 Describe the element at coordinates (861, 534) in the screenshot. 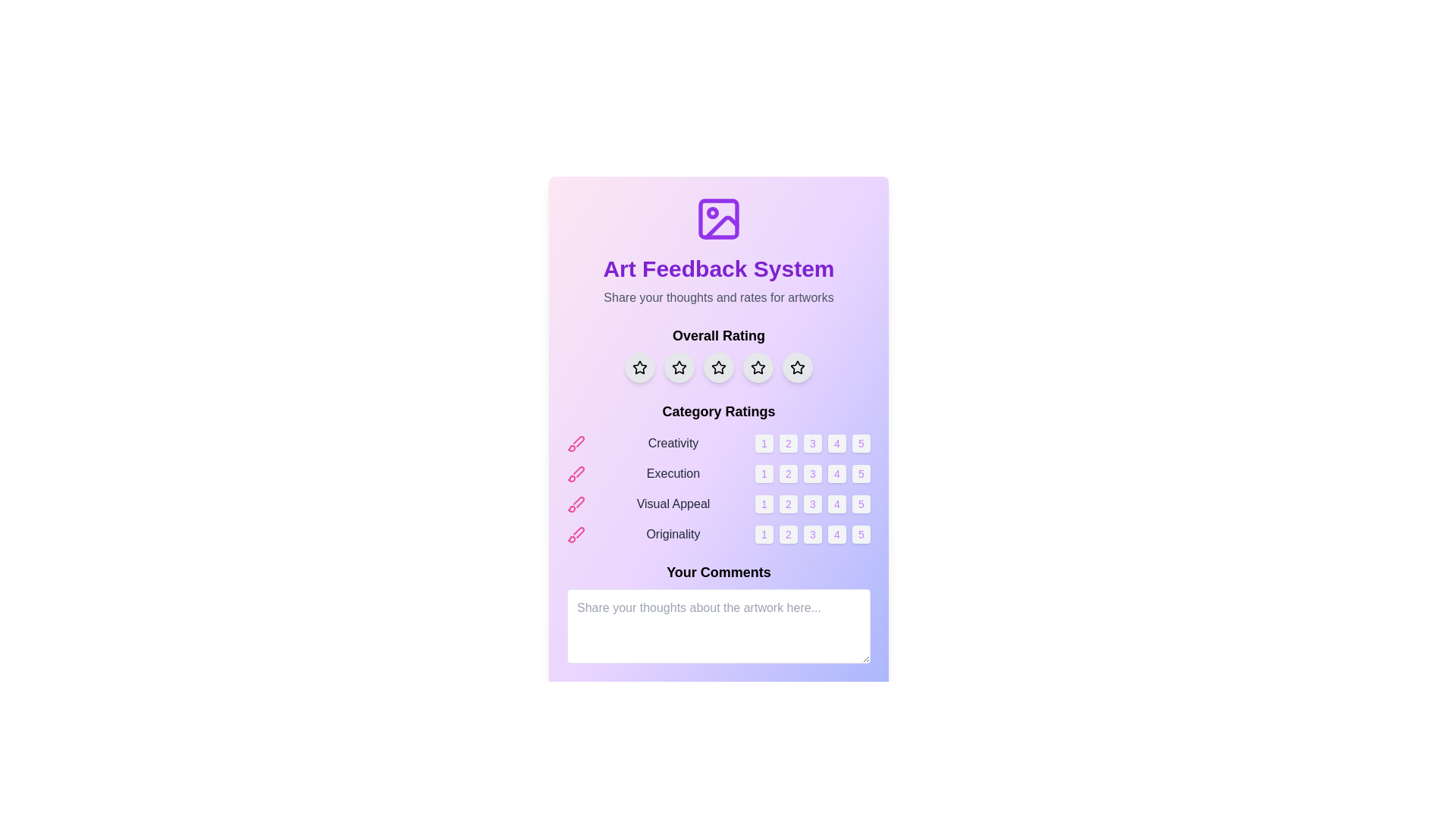

I see `the rightmost button for rating originality, which is the fifth button in the 'Originality' category under 'Category Ratings'` at that location.